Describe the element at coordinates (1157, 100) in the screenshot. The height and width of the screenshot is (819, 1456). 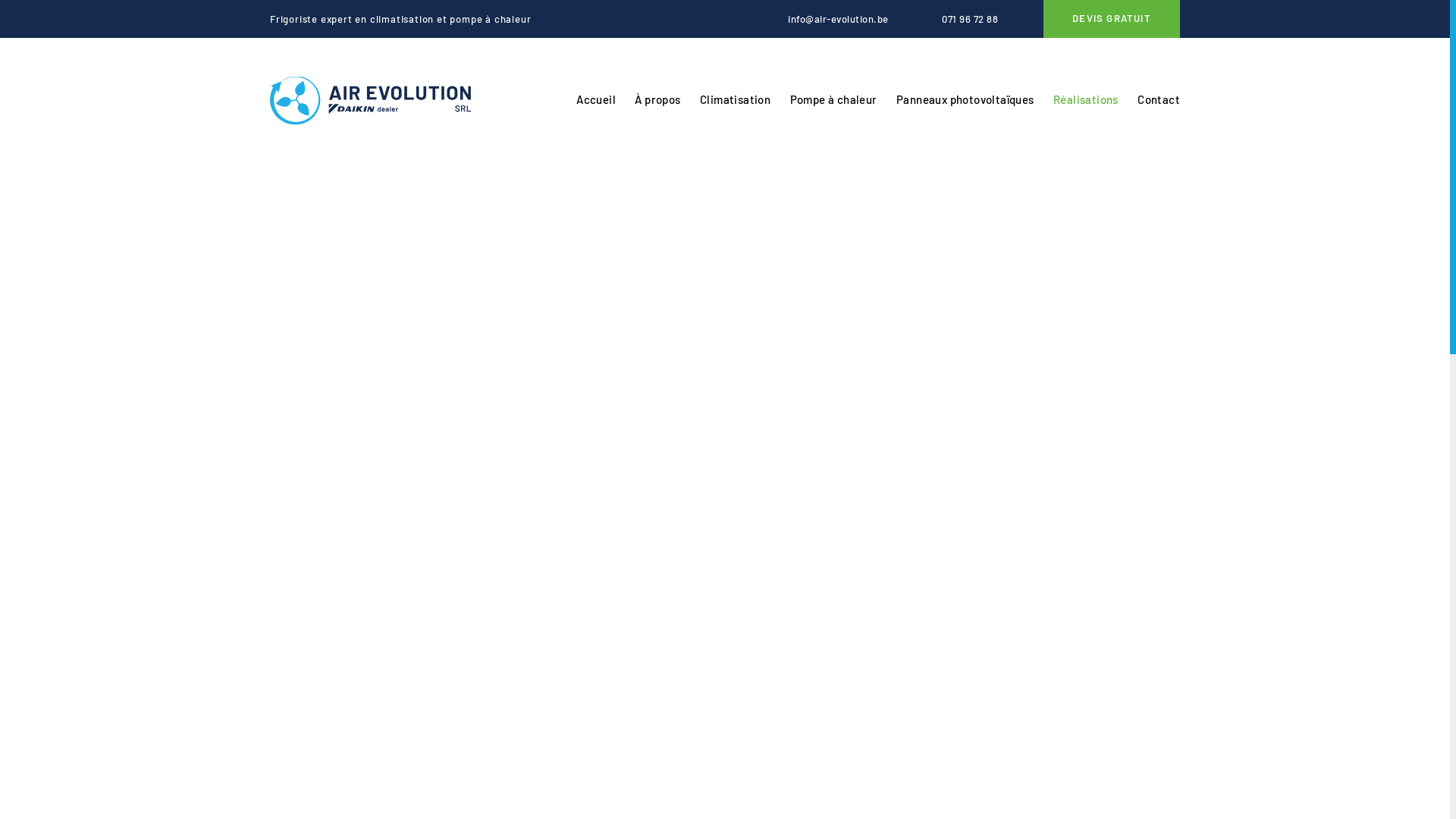
I see `'Contact'` at that location.